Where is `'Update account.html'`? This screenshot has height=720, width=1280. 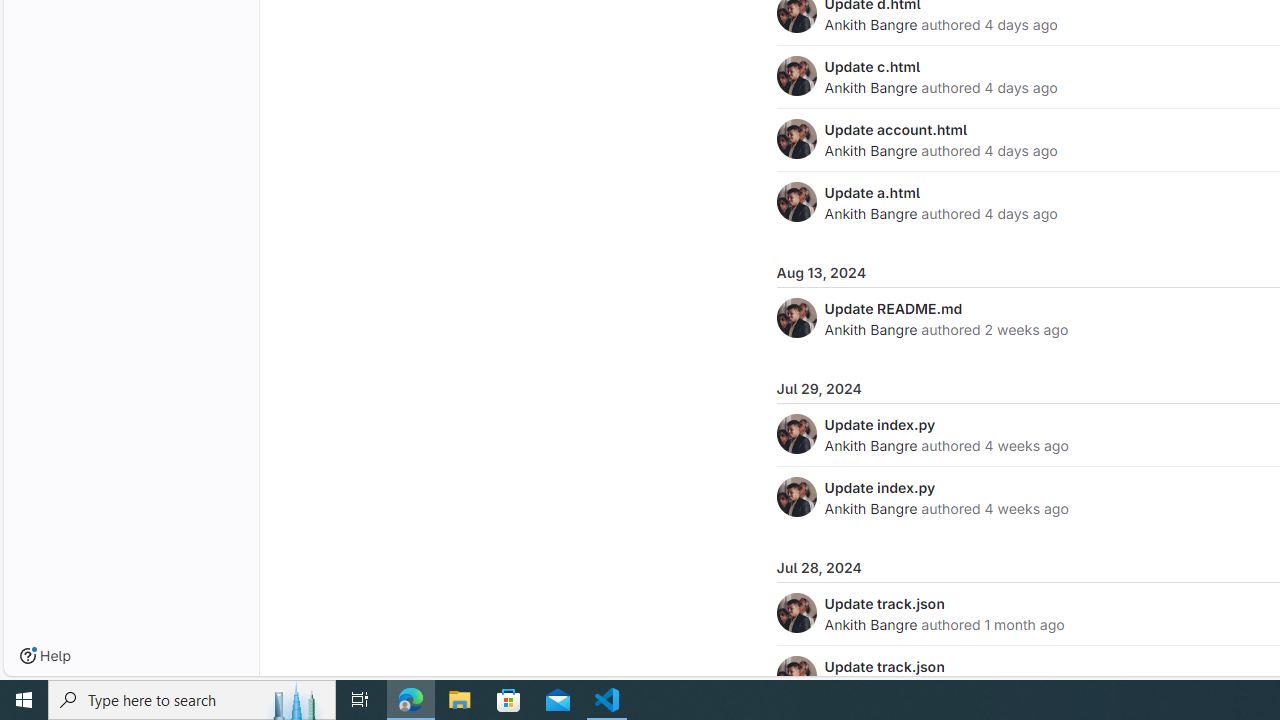
'Update account.html' is located at coordinates (895, 129).